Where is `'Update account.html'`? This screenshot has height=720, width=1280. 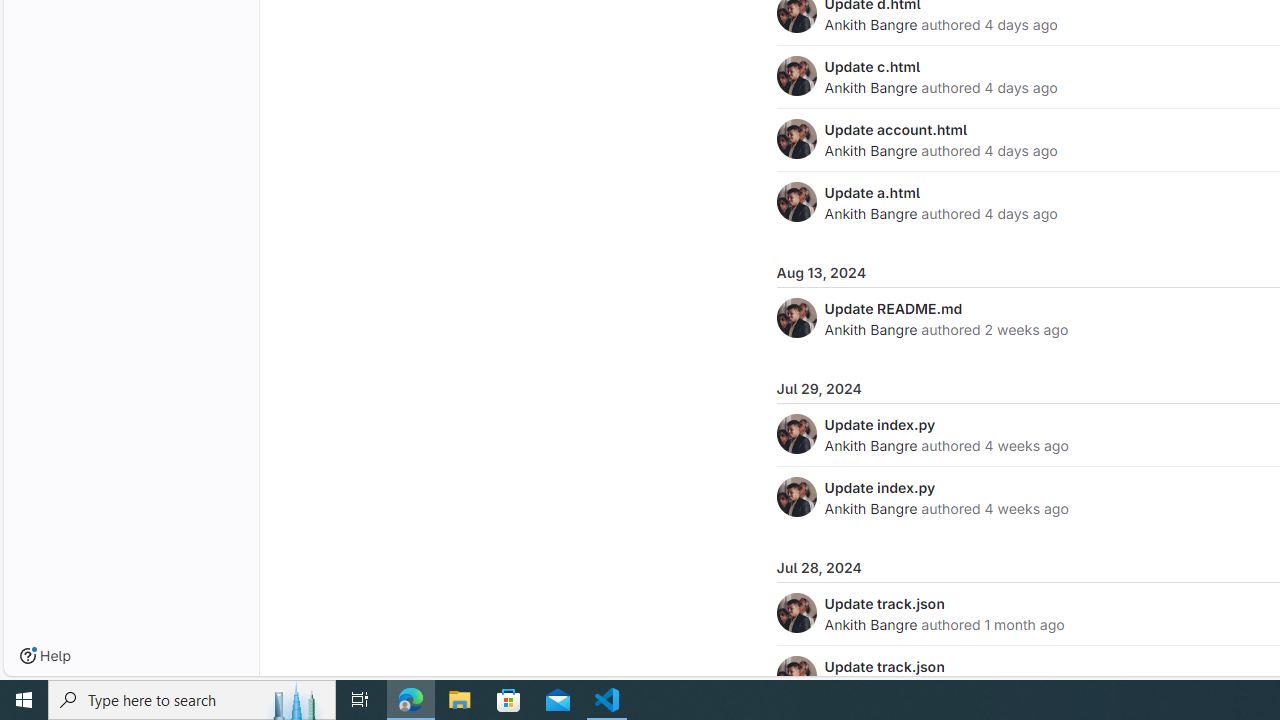
'Update account.html' is located at coordinates (895, 129).